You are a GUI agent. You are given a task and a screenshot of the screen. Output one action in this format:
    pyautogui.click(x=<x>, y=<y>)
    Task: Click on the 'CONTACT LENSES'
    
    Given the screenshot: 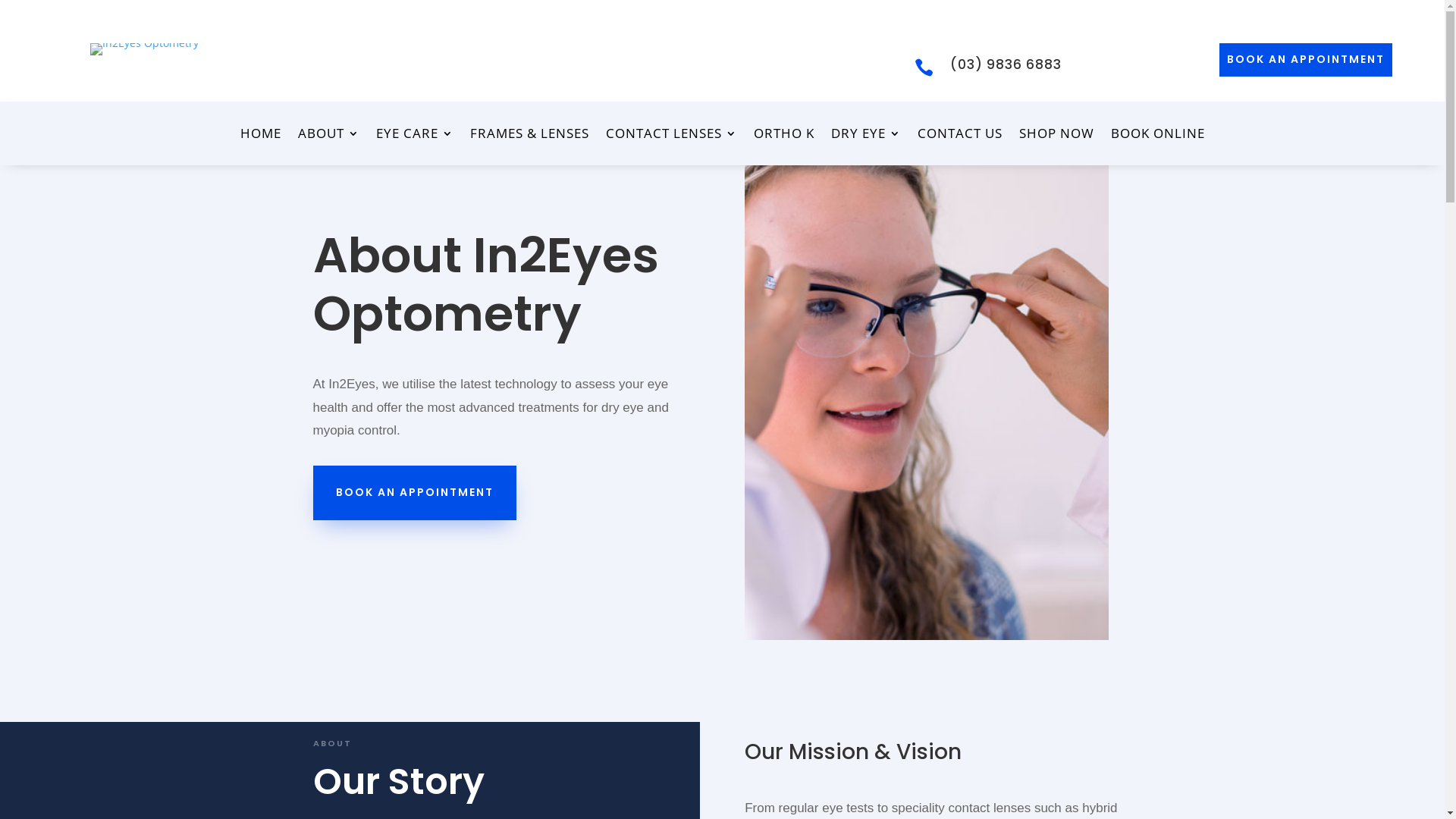 What is the action you would take?
    pyautogui.click(x=670, y=136)
    